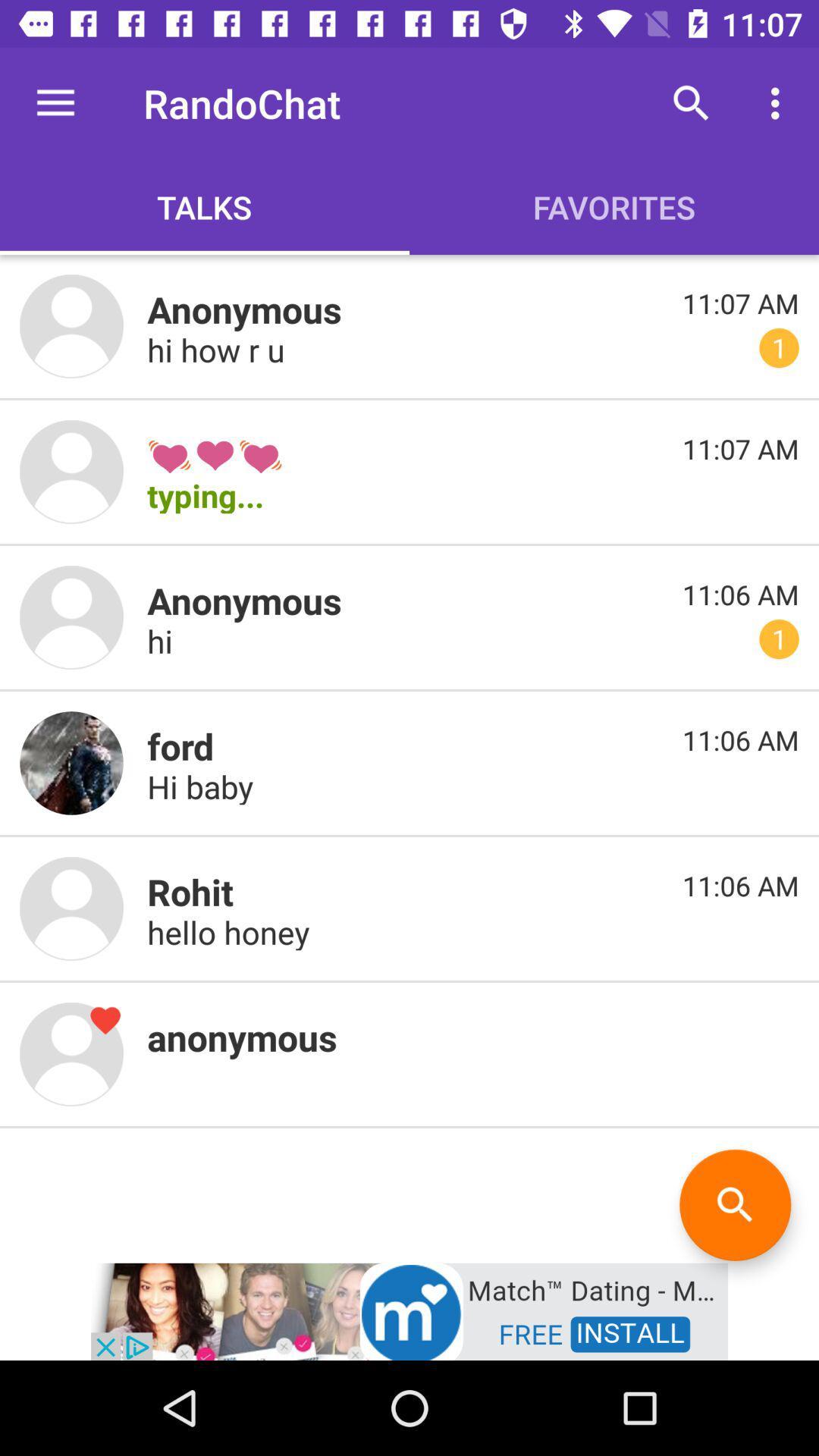  Describe the element at coordinates (71, 325) in the screenshot. I see `profile` at that location.